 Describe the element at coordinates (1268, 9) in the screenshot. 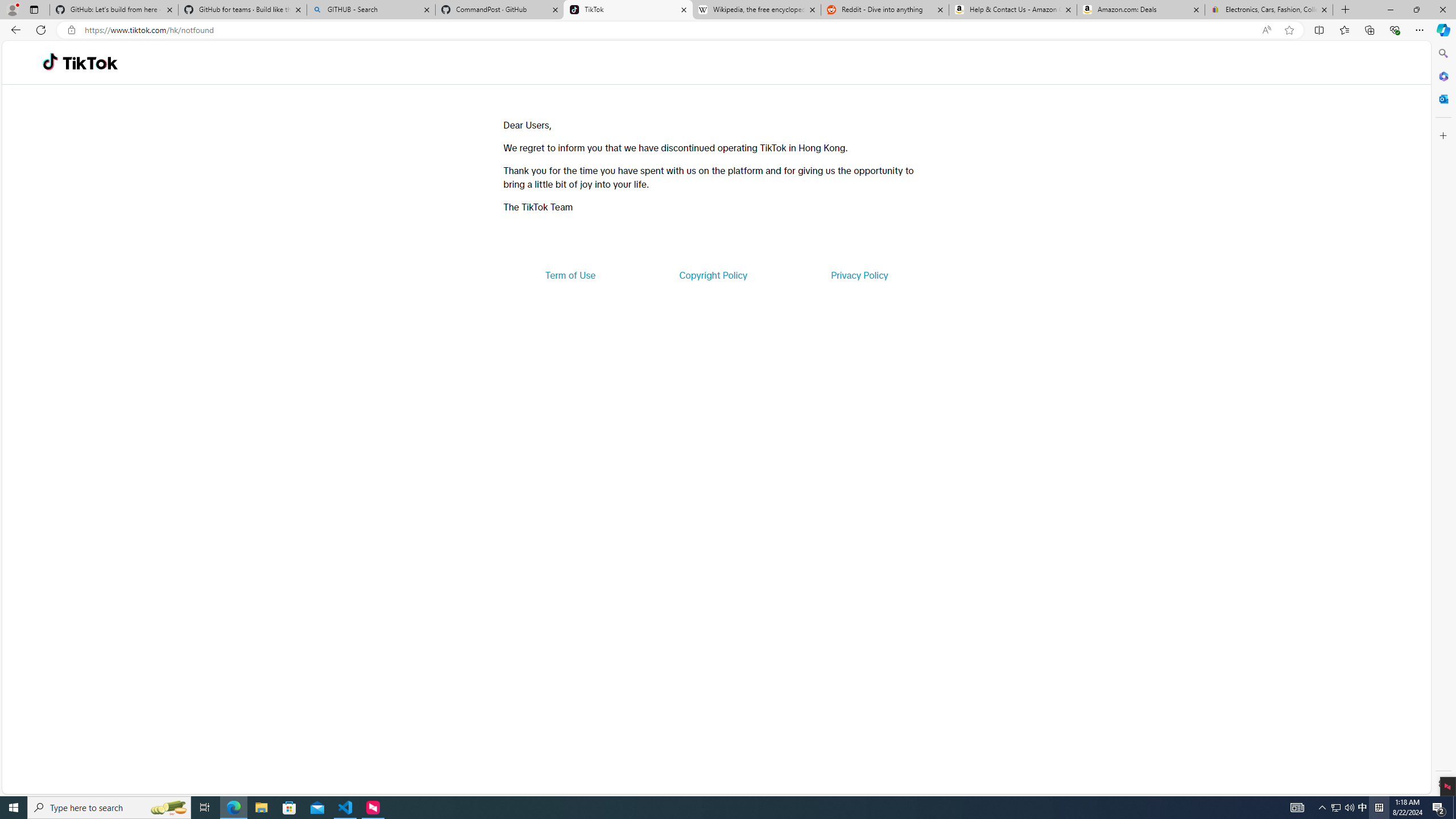

I see `'Electronics, Cars, Fashion, Collectibles & More | eBay'` at that location.